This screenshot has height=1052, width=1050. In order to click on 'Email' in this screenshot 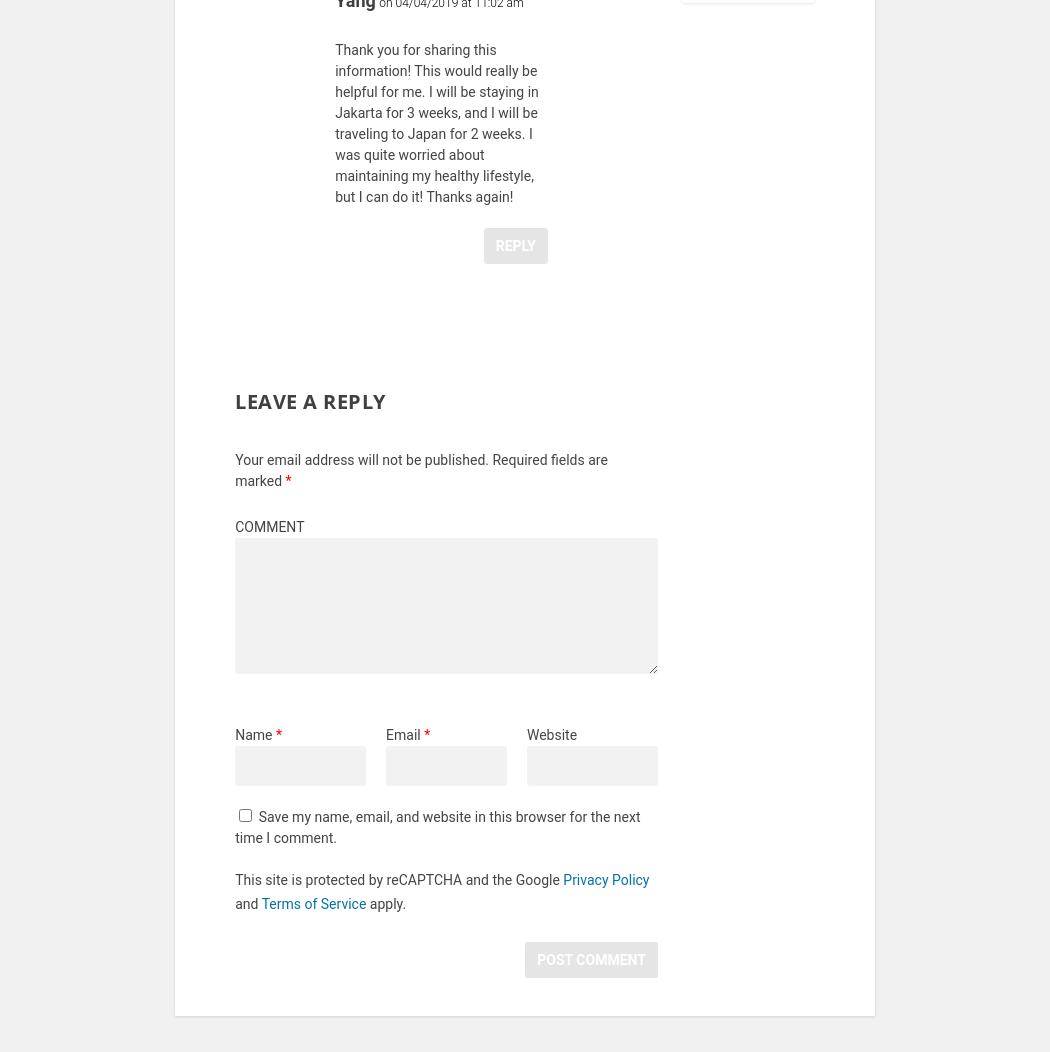, I will do `click(404, 746)`.